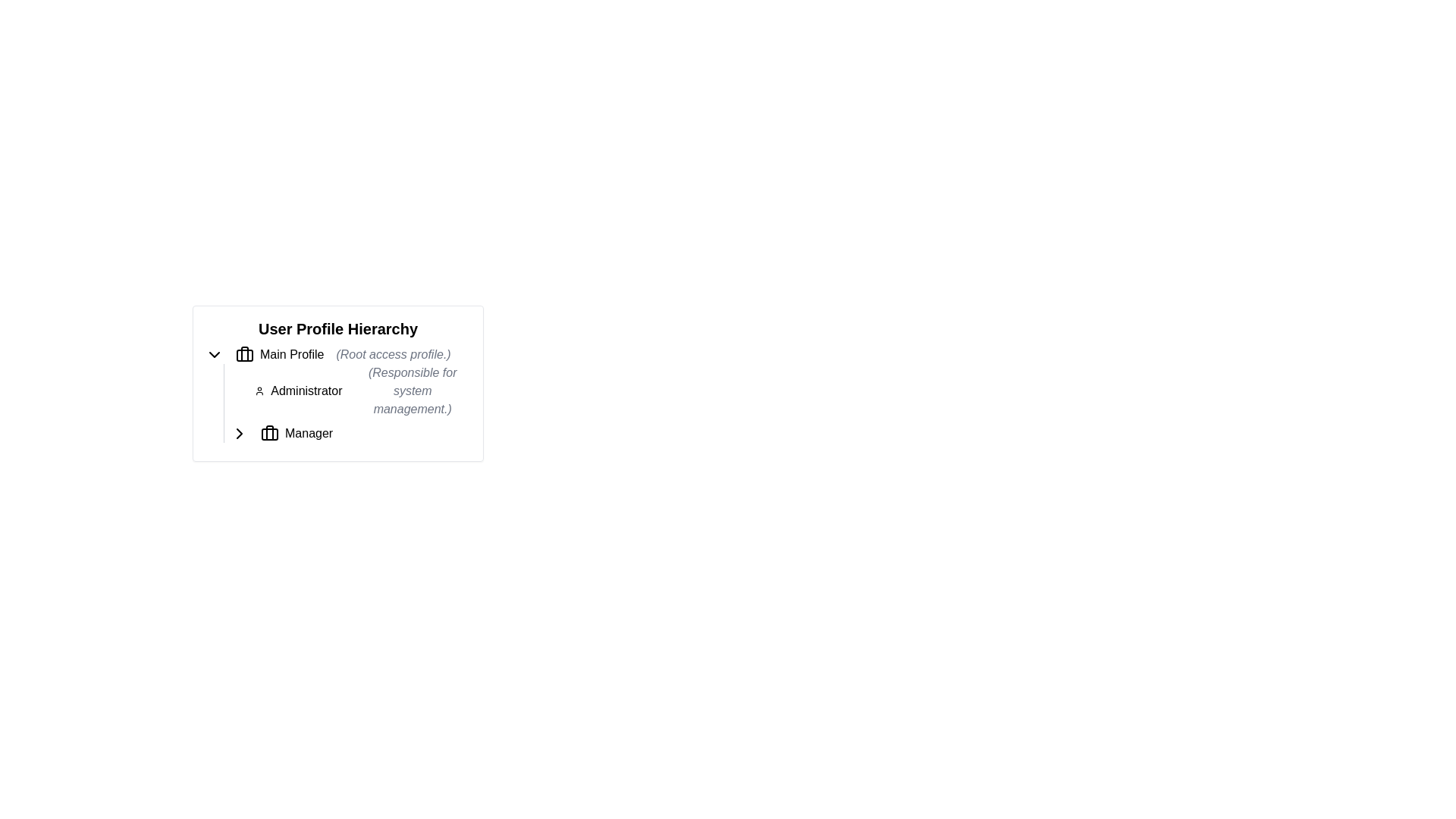  I want to click on the 'Main Profile' text label, so click(292, 354).